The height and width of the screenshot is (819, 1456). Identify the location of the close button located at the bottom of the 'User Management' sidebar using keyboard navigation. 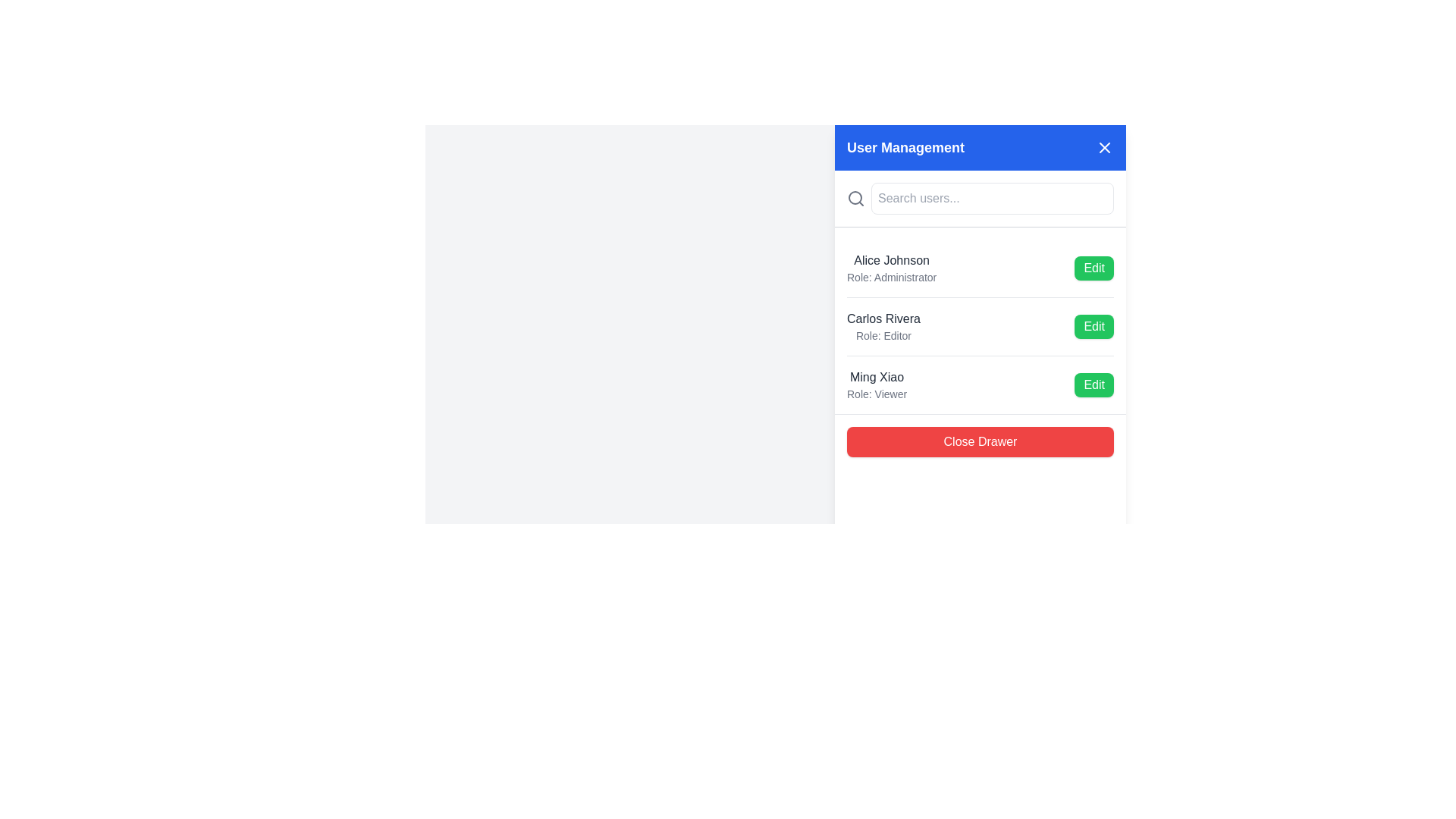
(980, 441).